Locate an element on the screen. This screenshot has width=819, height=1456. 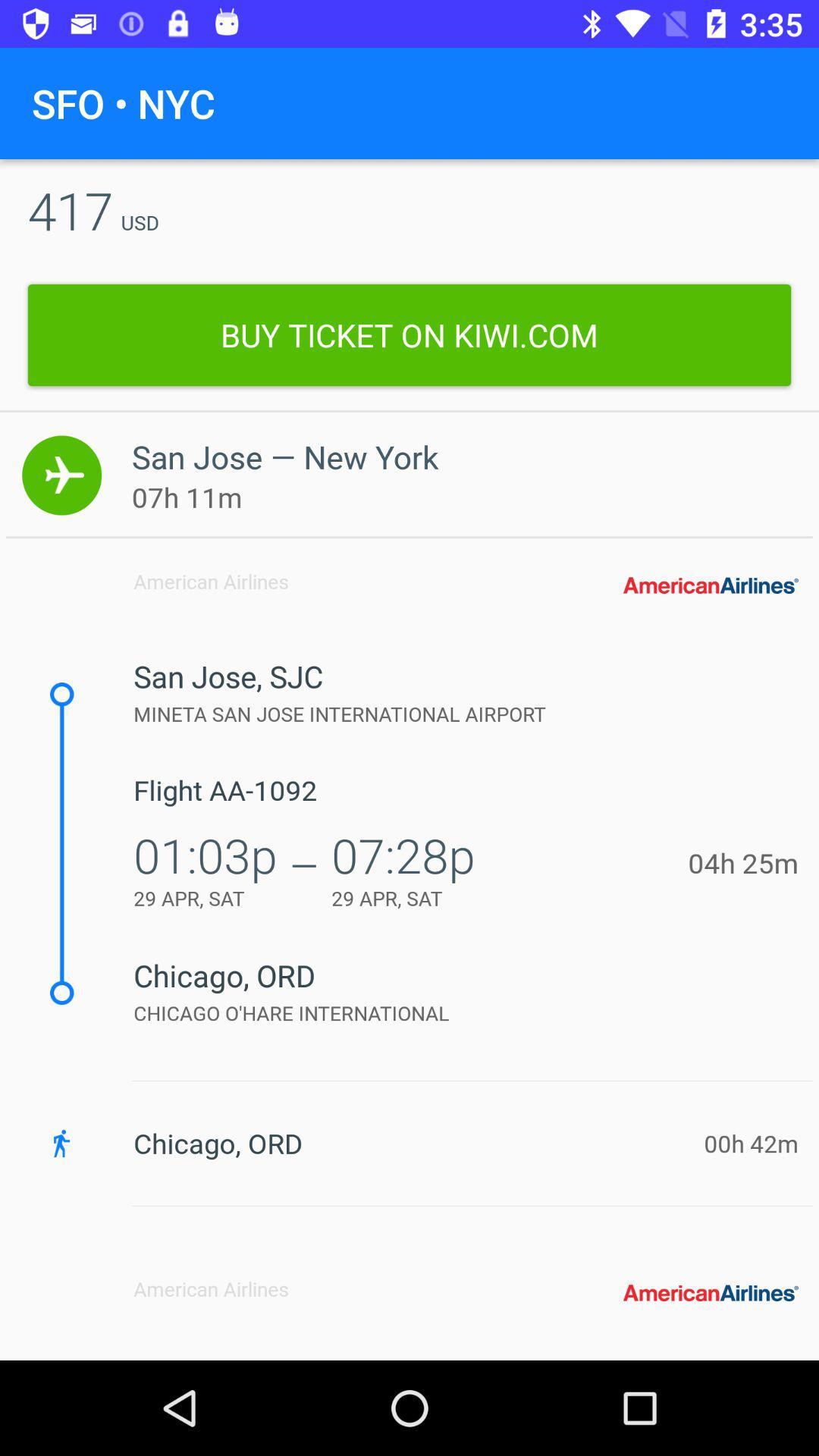
icon below the 417 icon is located at coordinates (409, 334).